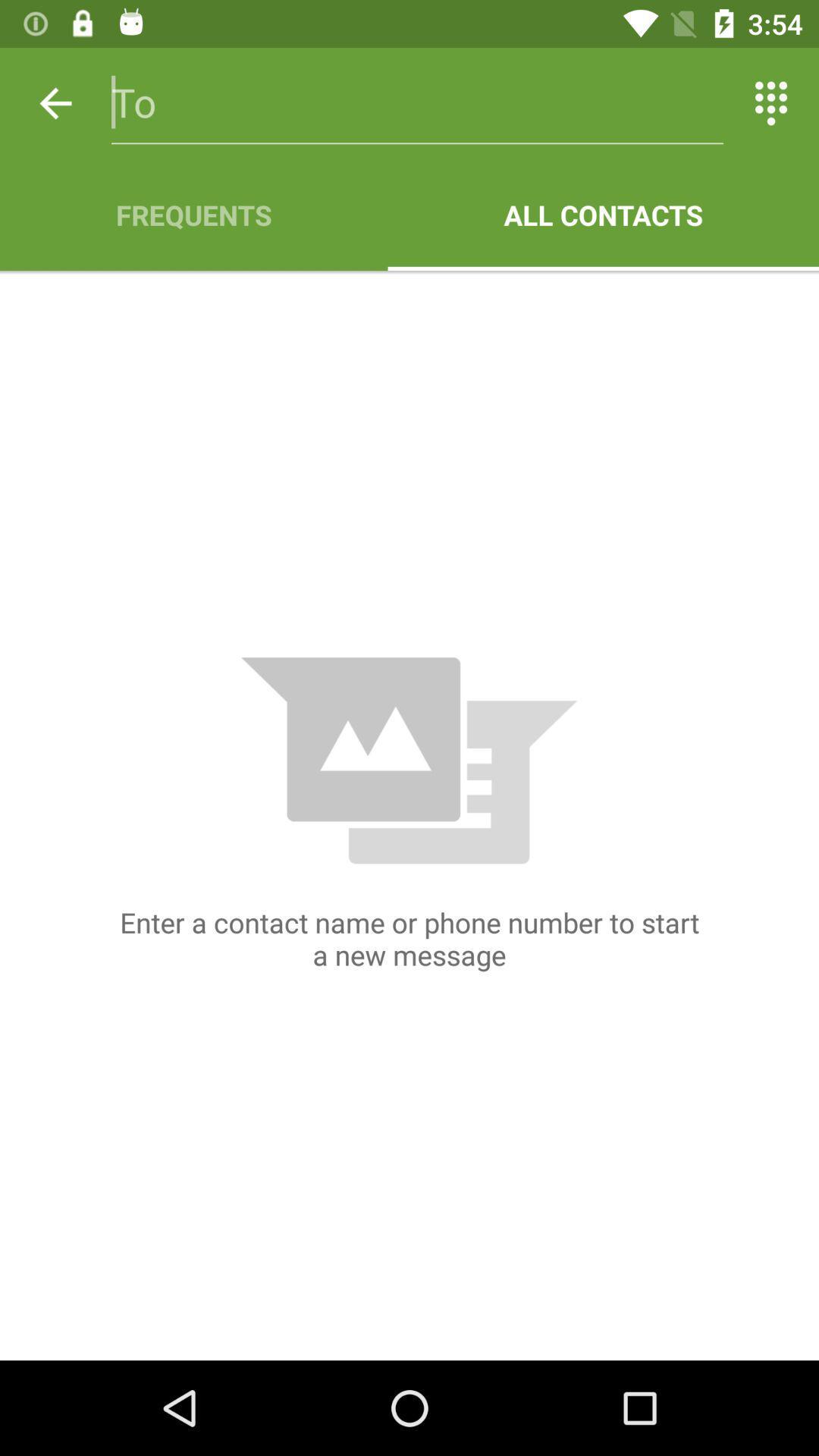 The image size is (819, 1456). Describe the element at coordinates (193, 214) in the screenshot. I see `the item to the left of the all contacts` at that location.